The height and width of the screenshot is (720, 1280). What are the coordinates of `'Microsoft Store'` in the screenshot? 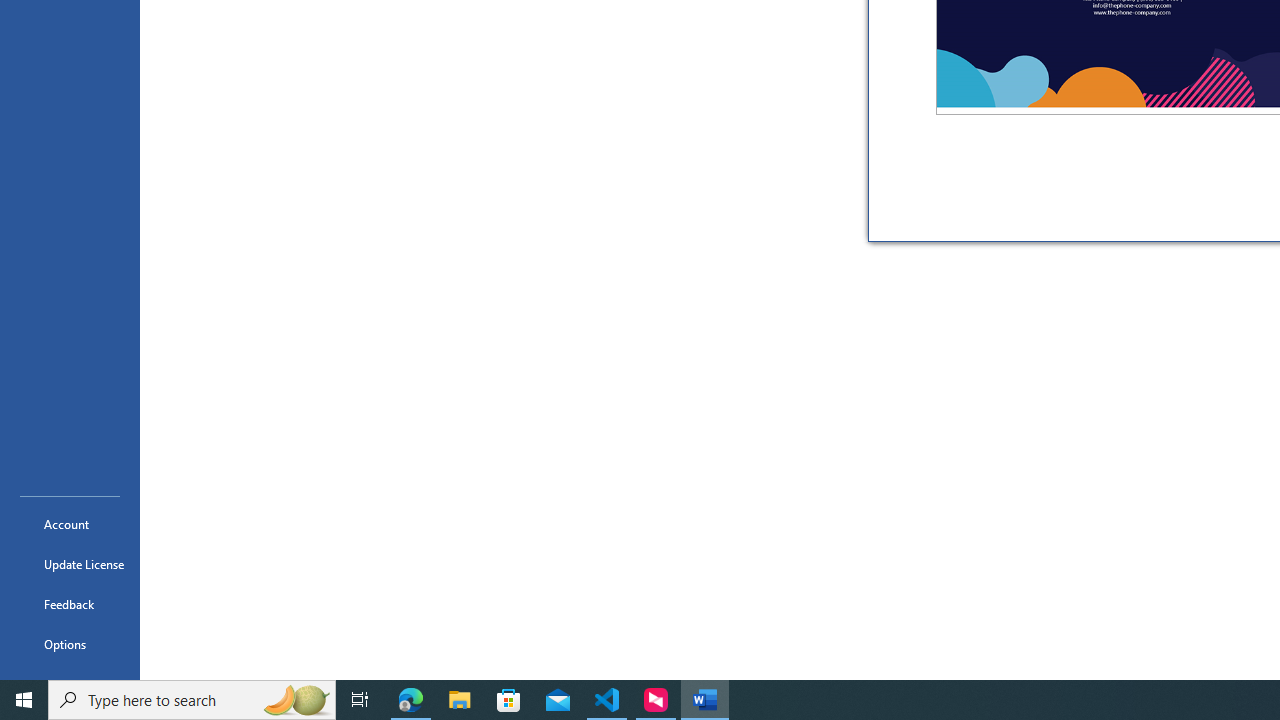 It's located at (509, 698).